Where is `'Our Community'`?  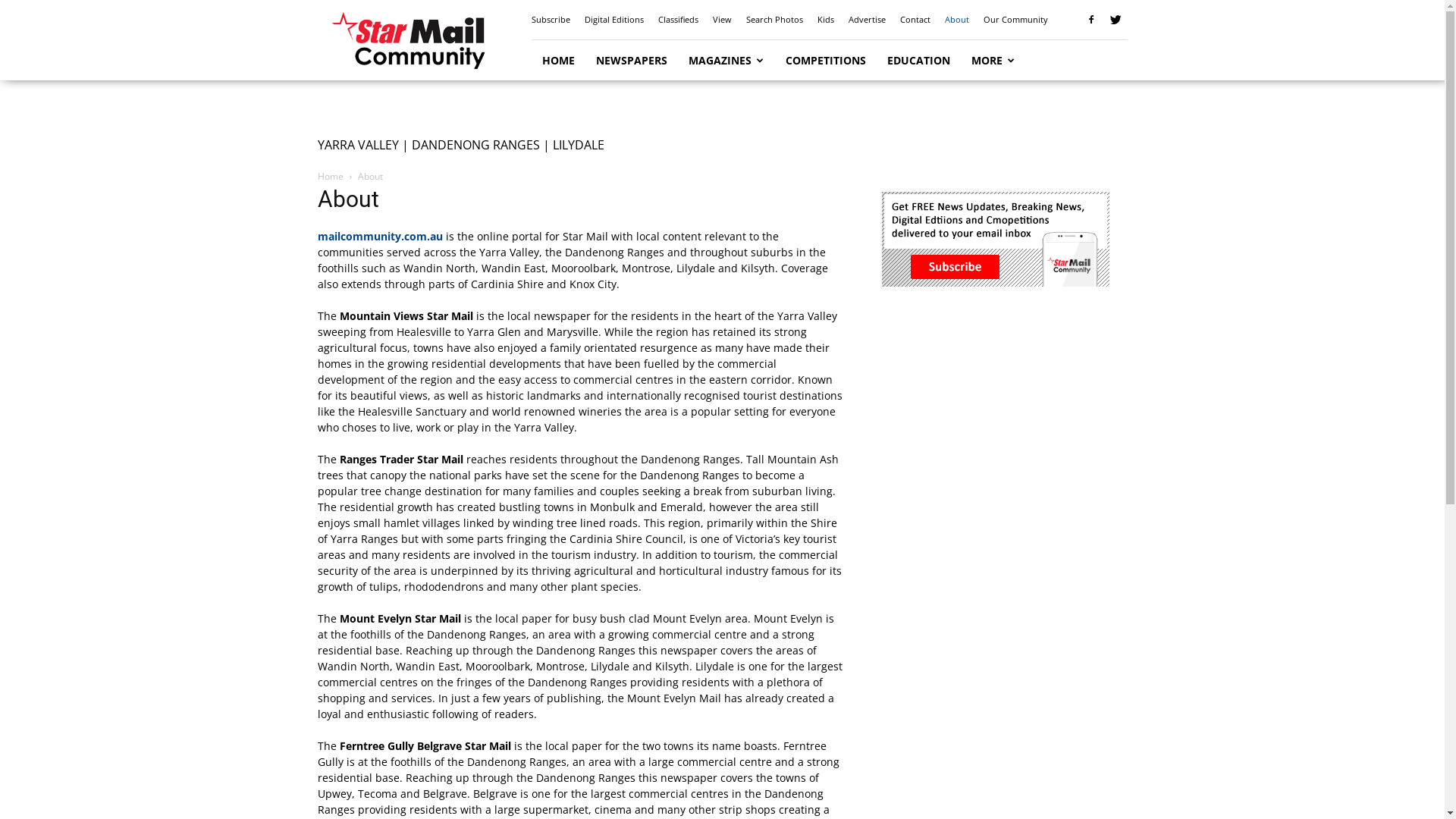
'Our Community' is located at coordinates (1015, 19).